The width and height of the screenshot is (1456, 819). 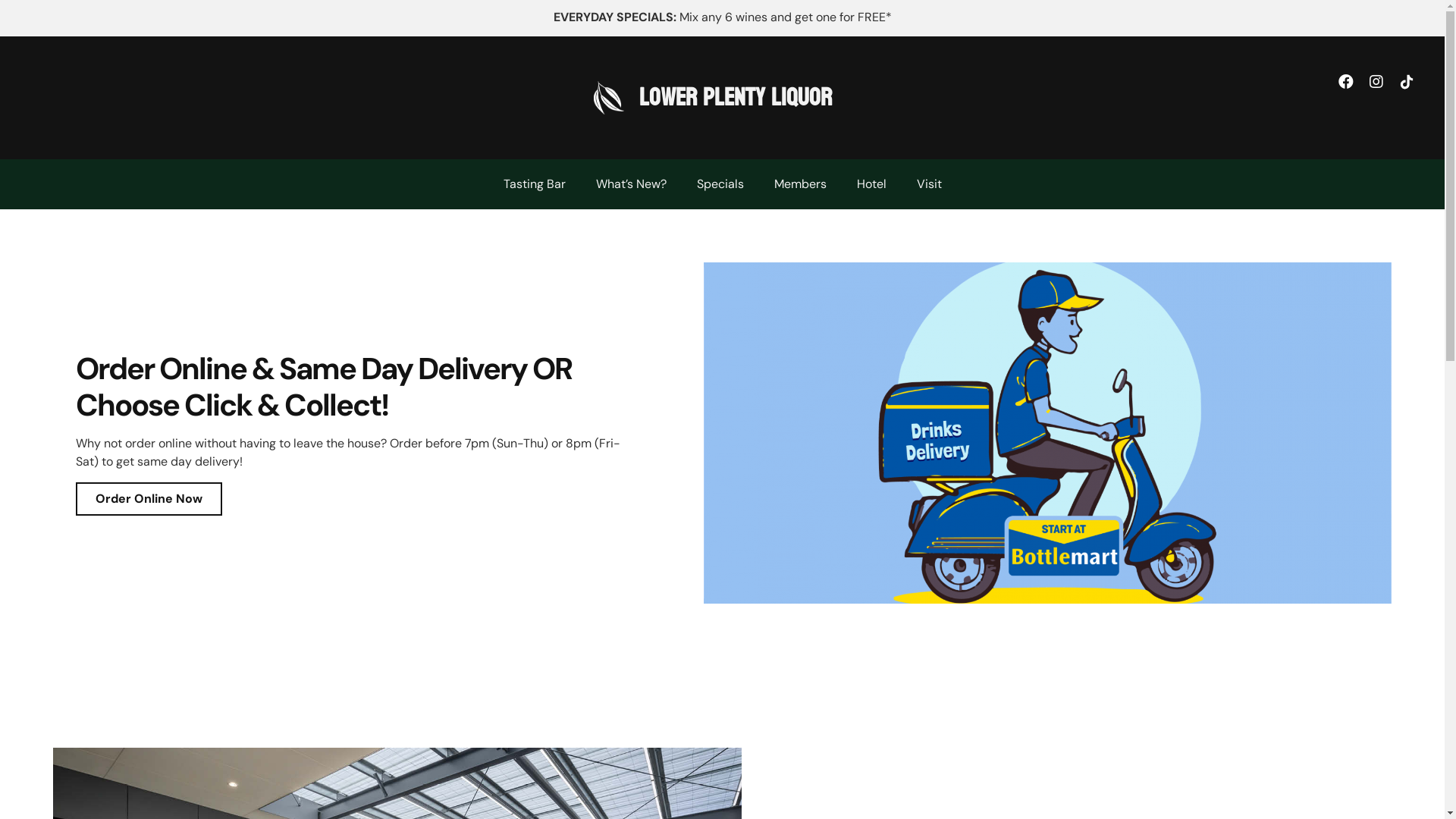 I want to click on 'Tasting Bar', so click(x=535, y=184).